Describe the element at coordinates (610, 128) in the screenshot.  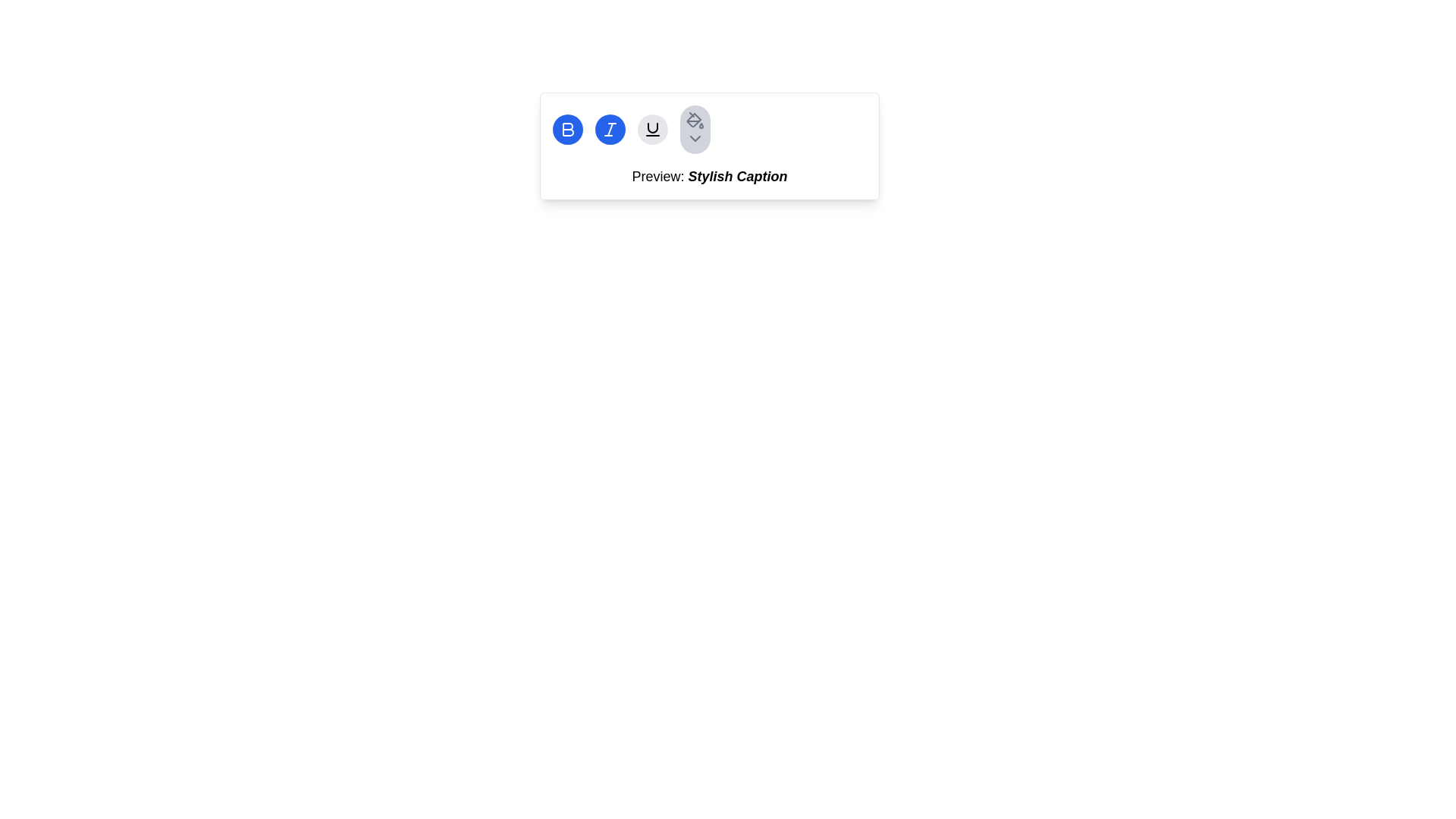
I see `the vertical line within the middle of the italicized 'I' icon` at that location.